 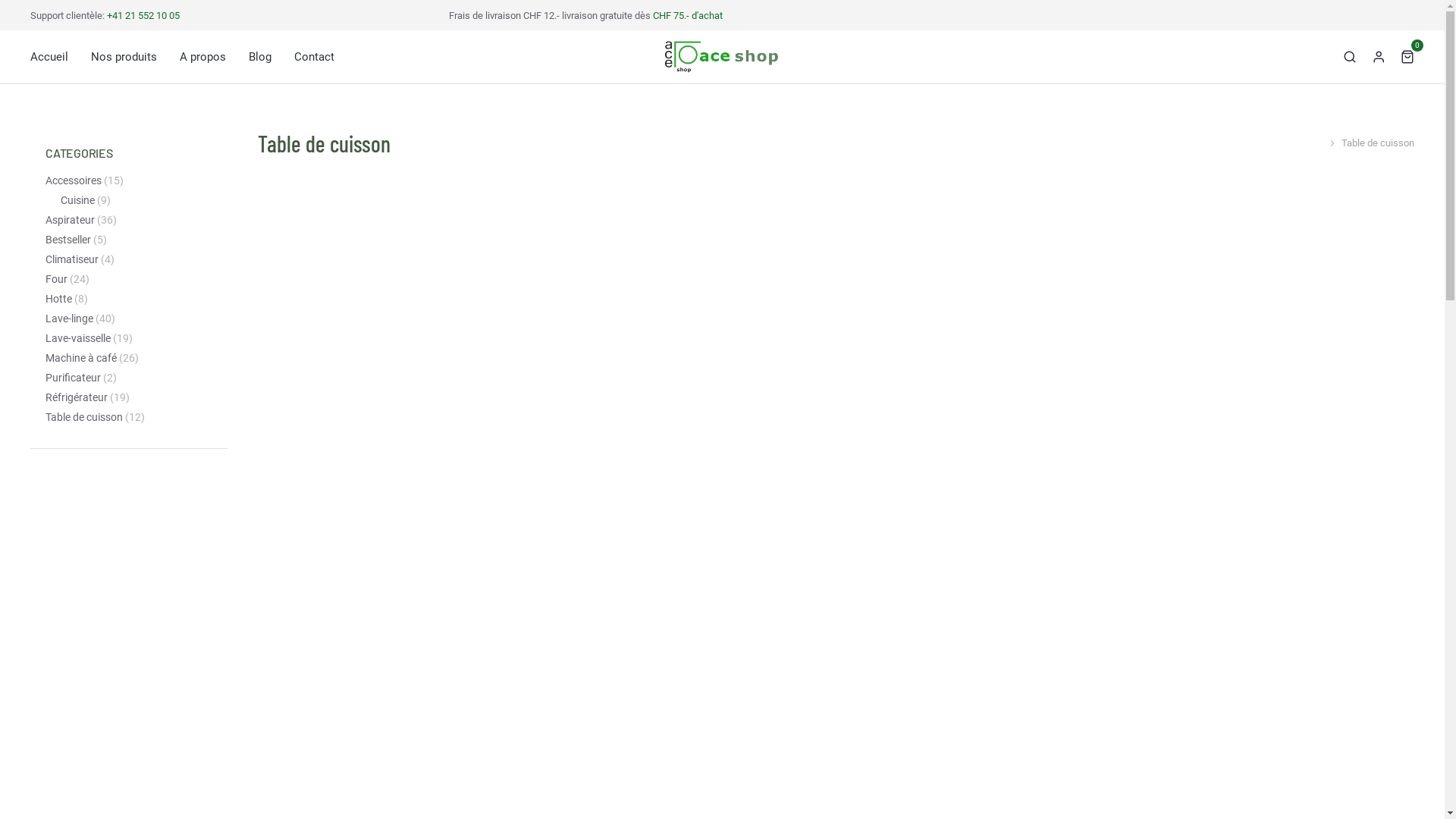 I want to click on 'Blog', so click(x=259, y=55).